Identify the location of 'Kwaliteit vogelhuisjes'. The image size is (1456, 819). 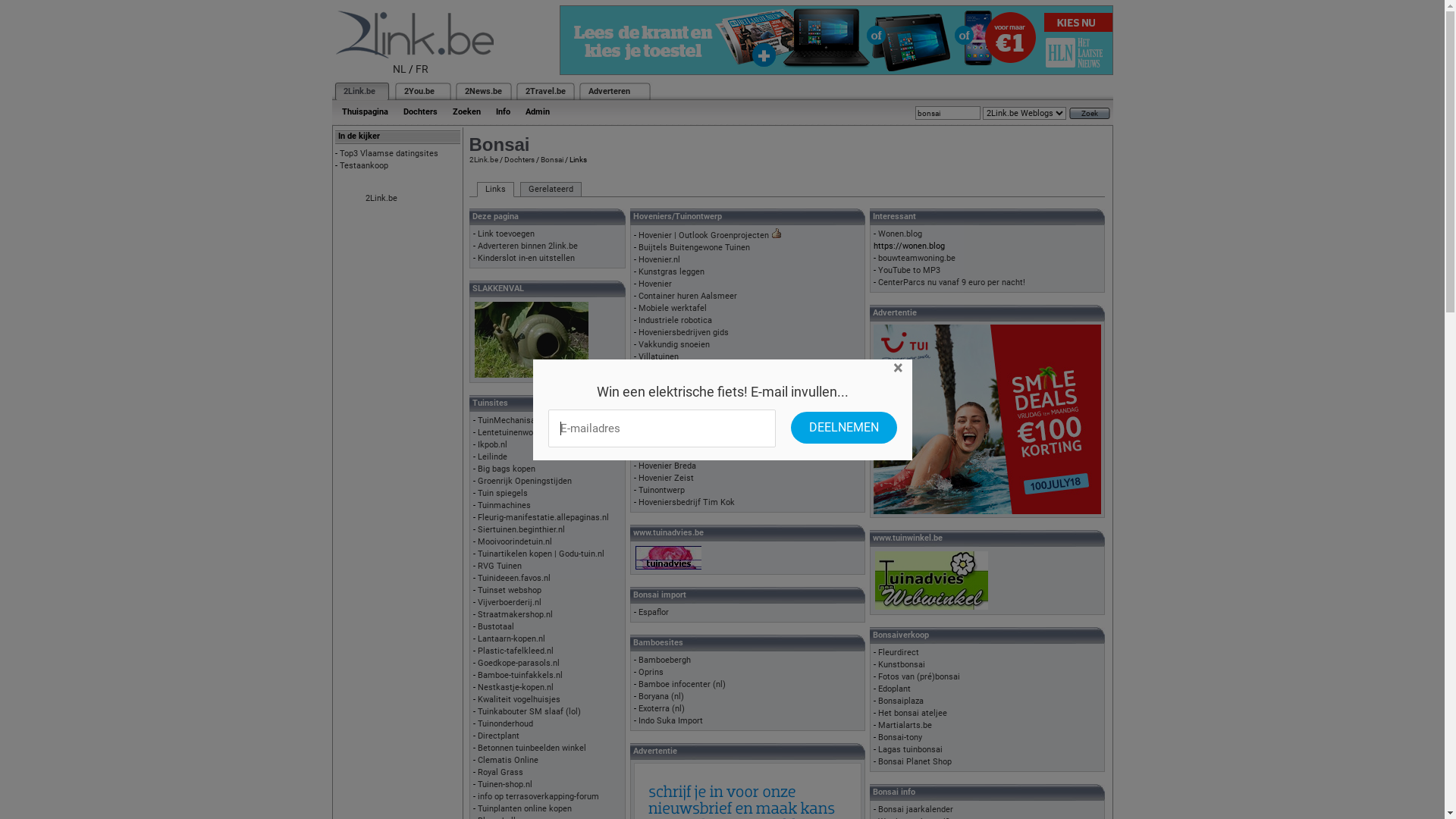
(519, 699).